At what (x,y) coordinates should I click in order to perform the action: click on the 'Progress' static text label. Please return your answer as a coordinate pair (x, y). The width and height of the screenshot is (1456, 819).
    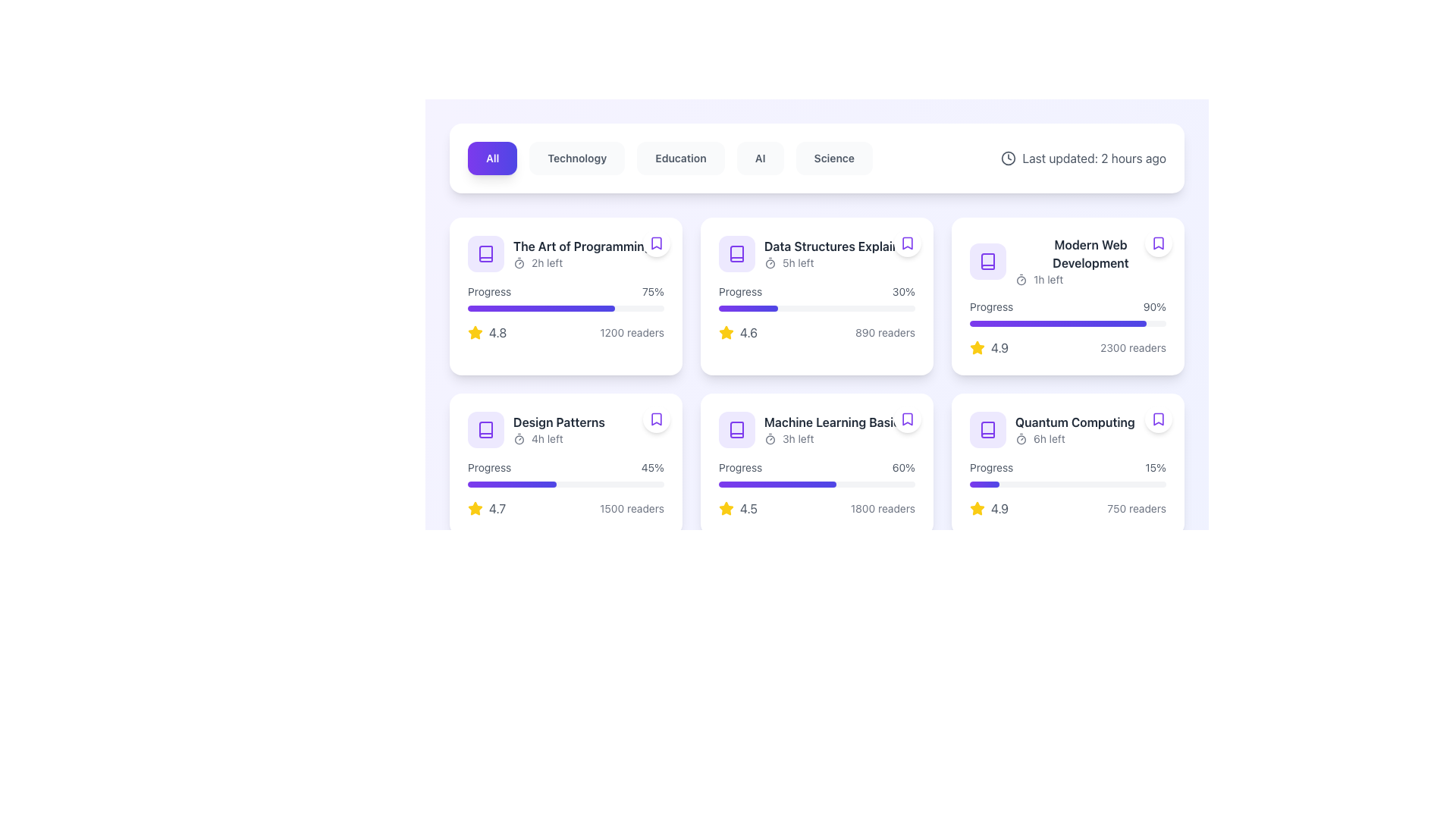
    Looking at the image, I should click on (489, 467).